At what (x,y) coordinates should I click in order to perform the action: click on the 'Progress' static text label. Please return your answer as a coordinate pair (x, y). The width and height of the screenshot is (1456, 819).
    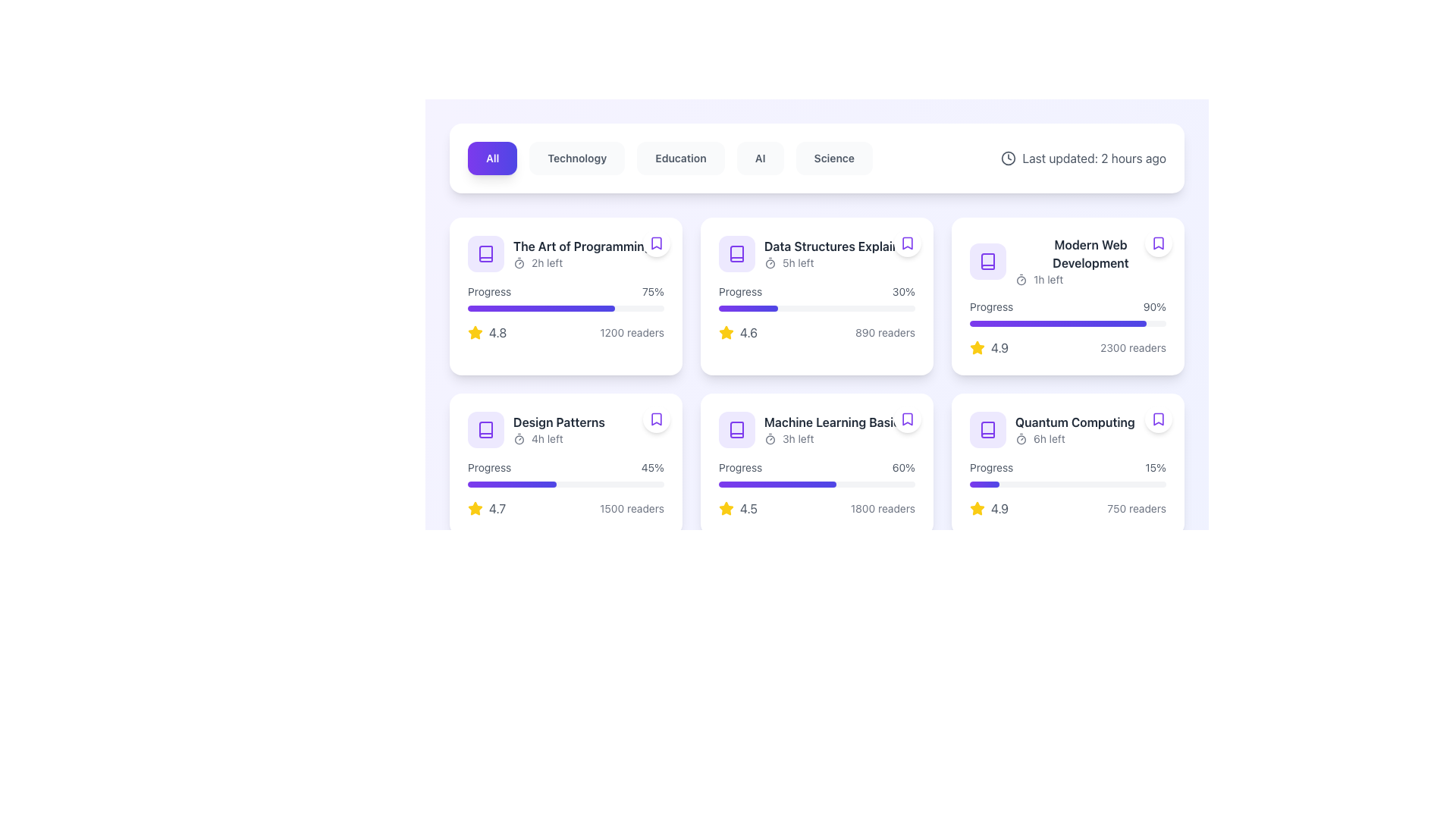
    Looking at the image, I should click on (489, 467).